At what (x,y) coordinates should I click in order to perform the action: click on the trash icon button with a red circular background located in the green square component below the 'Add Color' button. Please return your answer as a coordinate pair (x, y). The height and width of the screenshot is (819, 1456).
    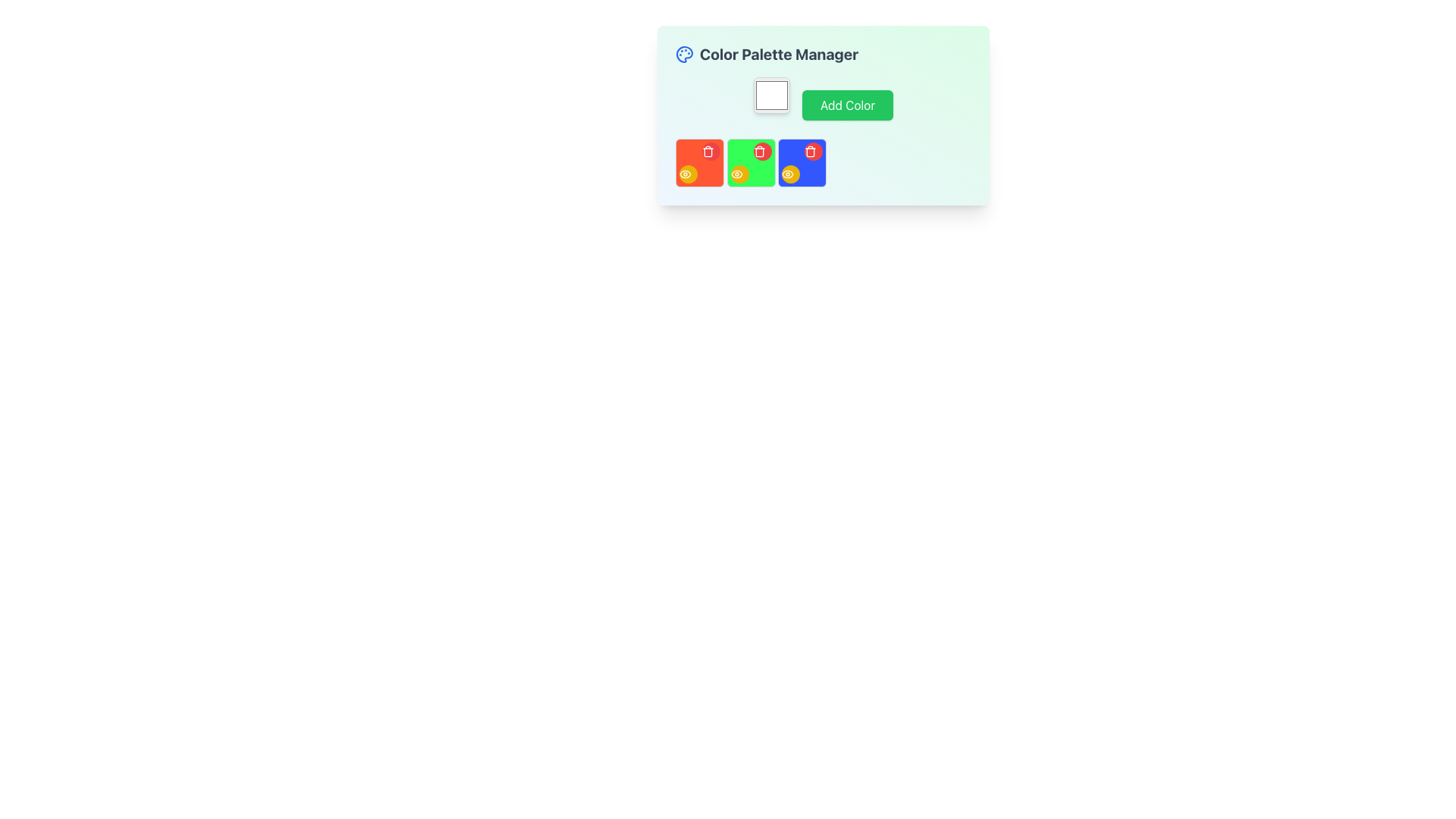
    Looking at the image, I should click on (759, 152).